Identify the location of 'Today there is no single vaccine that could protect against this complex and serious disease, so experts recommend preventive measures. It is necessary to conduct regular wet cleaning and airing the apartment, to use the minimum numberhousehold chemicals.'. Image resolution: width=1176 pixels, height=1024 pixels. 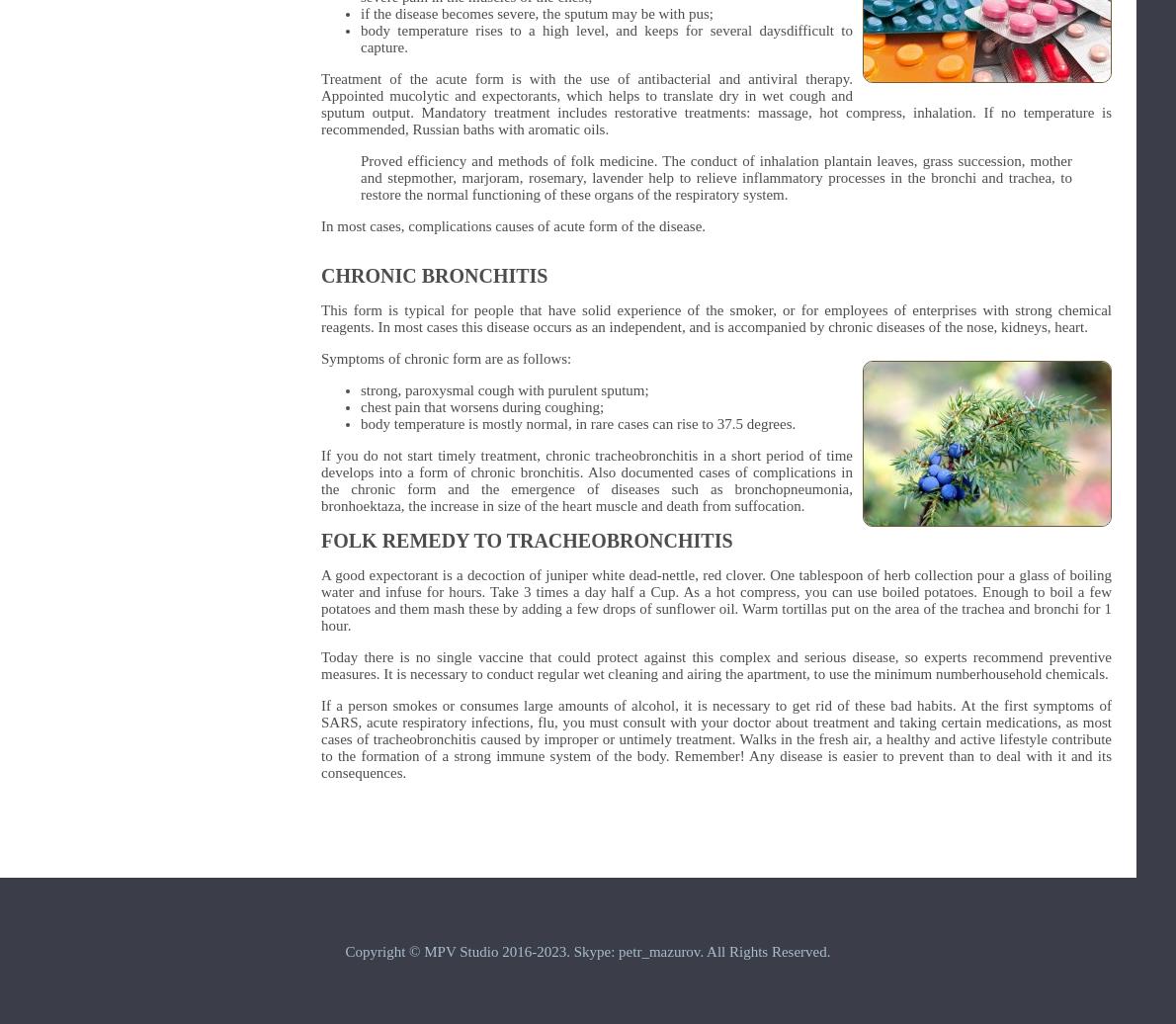
(715, 665).